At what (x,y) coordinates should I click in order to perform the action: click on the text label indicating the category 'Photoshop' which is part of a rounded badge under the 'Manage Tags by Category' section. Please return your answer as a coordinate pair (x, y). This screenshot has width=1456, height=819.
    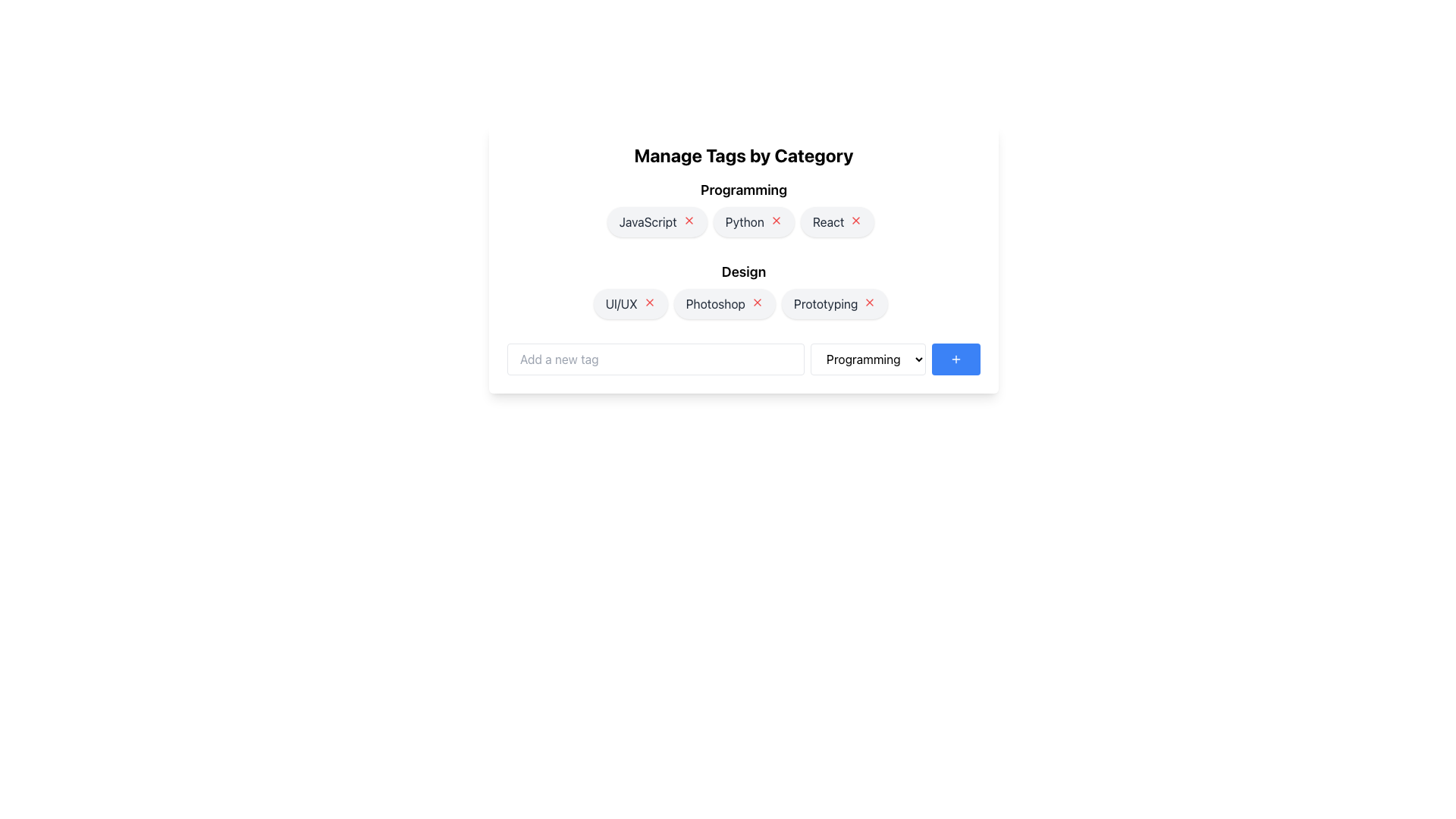
    Looking at the image, I should click on (714, 304).